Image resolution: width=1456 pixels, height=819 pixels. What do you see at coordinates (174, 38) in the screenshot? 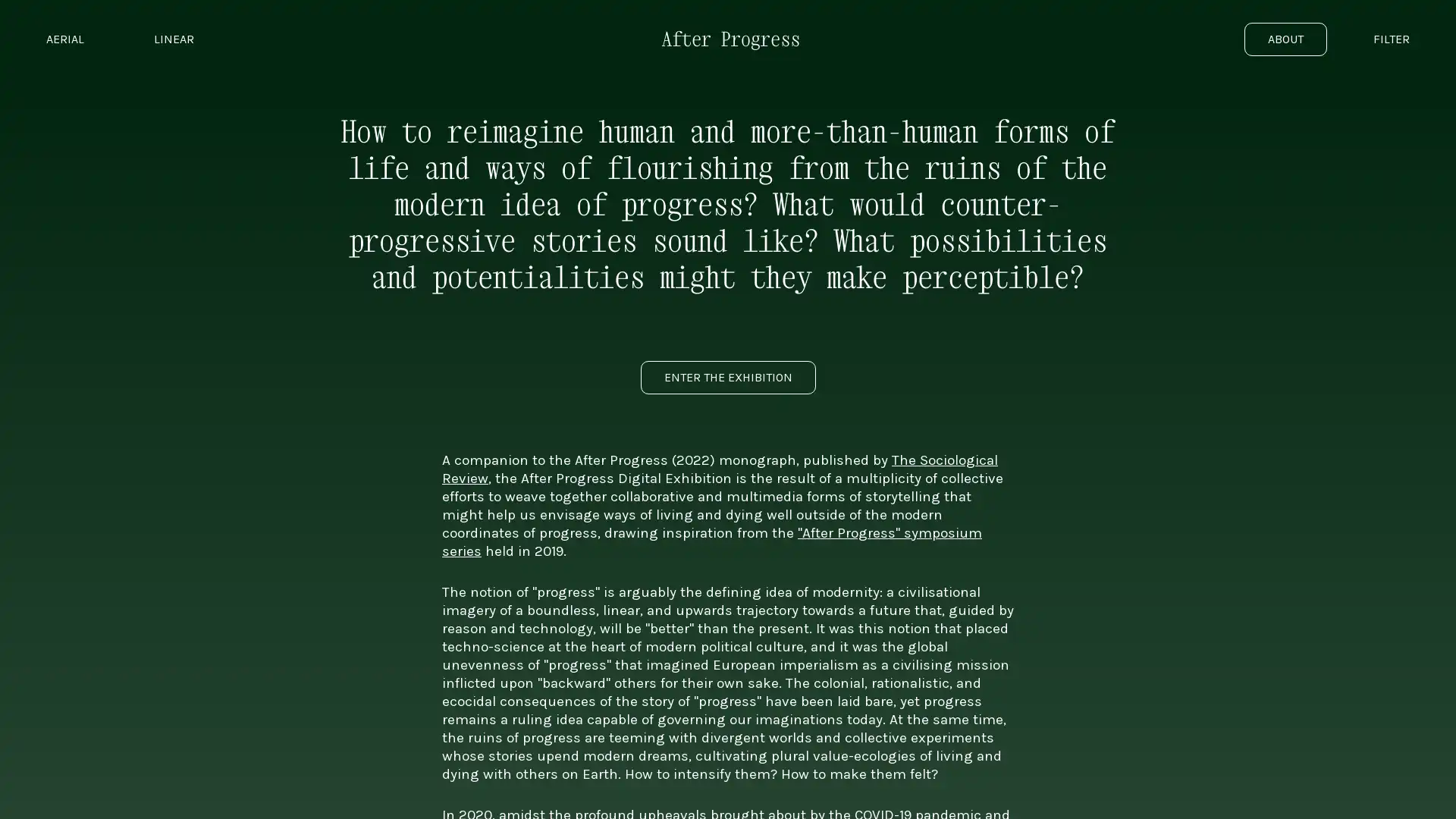
I see `LINEAR` at bounding box center [174, 38].